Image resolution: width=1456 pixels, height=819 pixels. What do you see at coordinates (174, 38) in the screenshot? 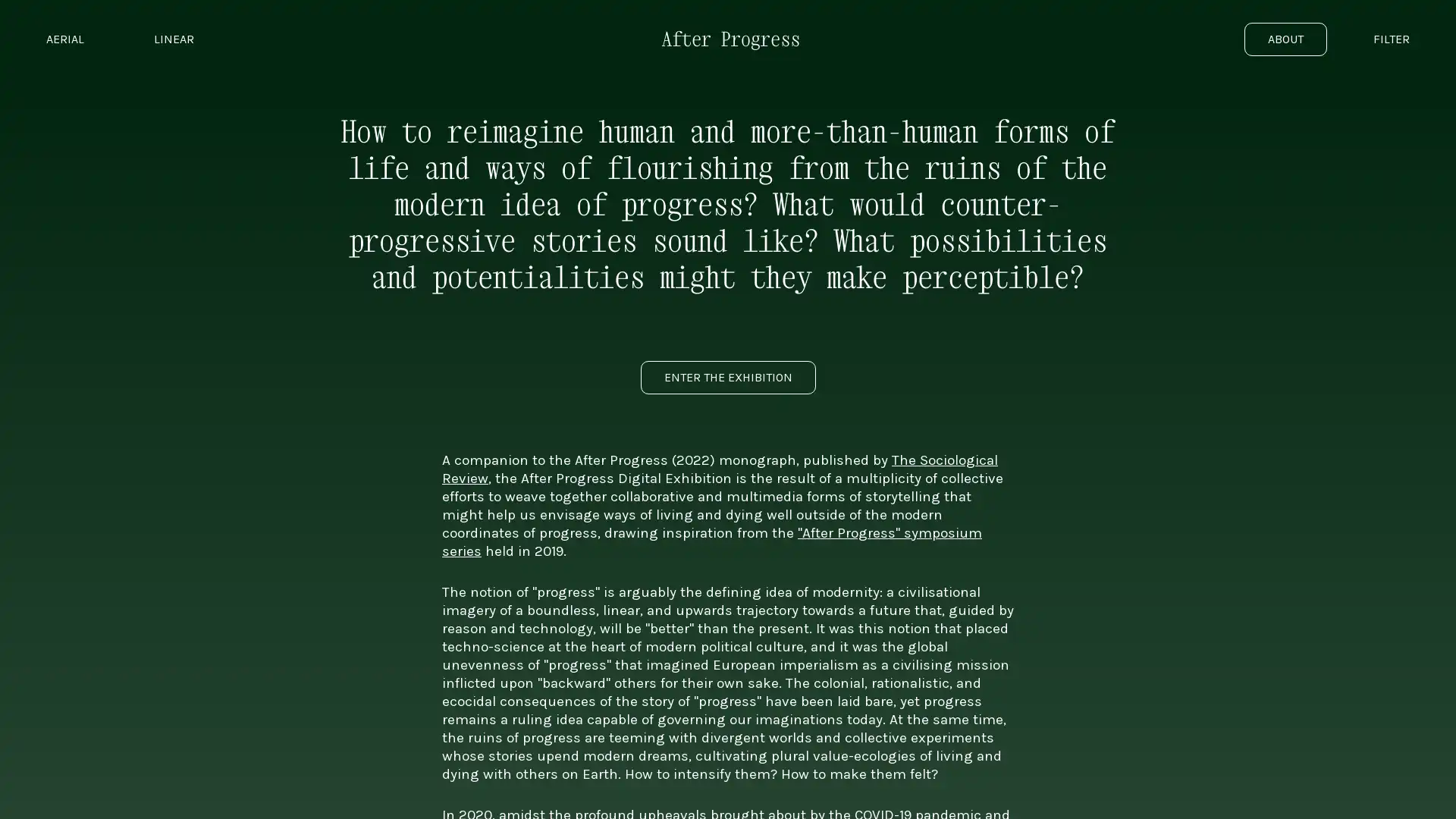
I see `LINEAR` at bounding box center [174, 38].